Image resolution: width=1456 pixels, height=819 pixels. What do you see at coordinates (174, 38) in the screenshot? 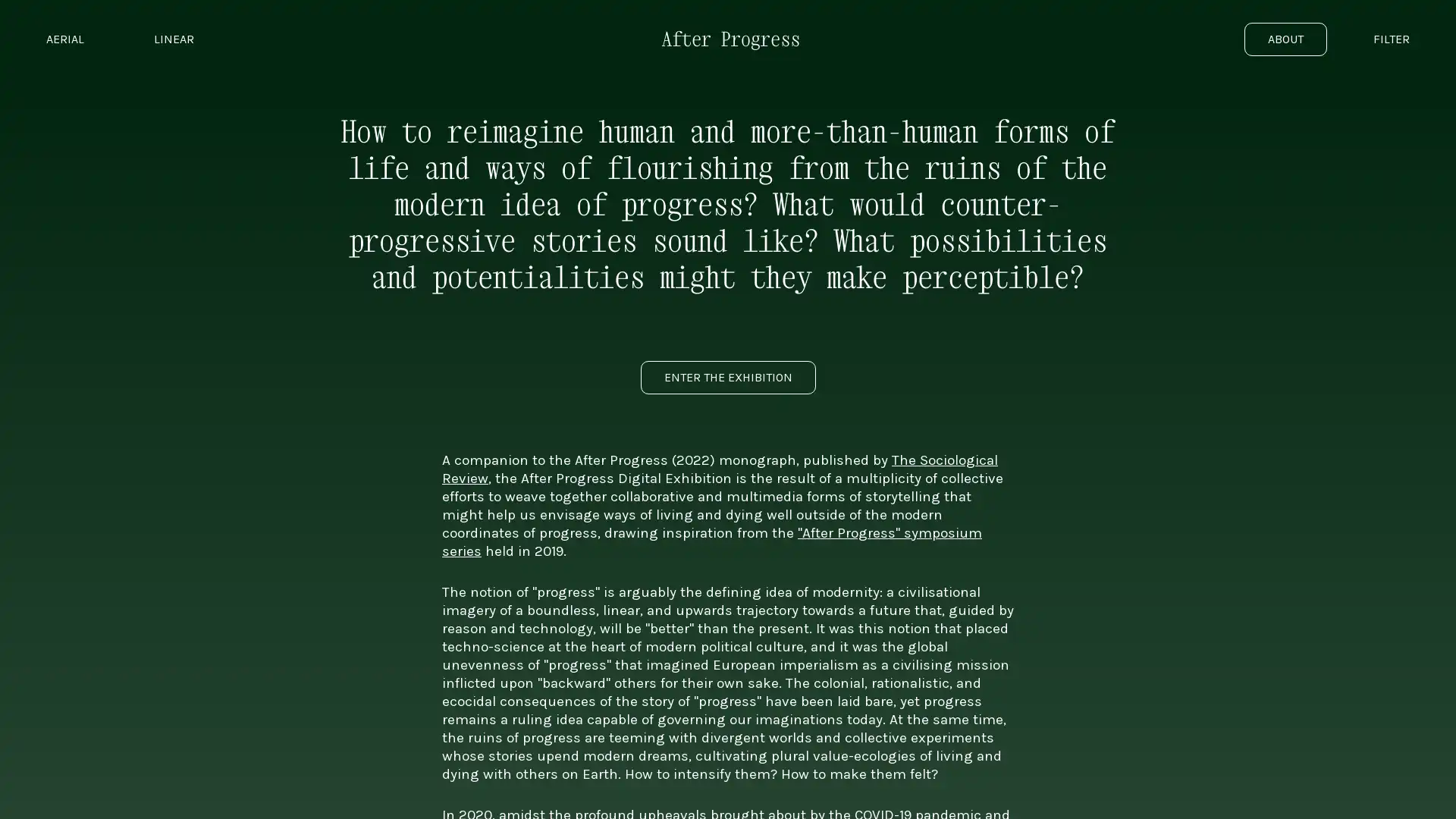
I see `LINEAR` at bounding box center [174, 38].